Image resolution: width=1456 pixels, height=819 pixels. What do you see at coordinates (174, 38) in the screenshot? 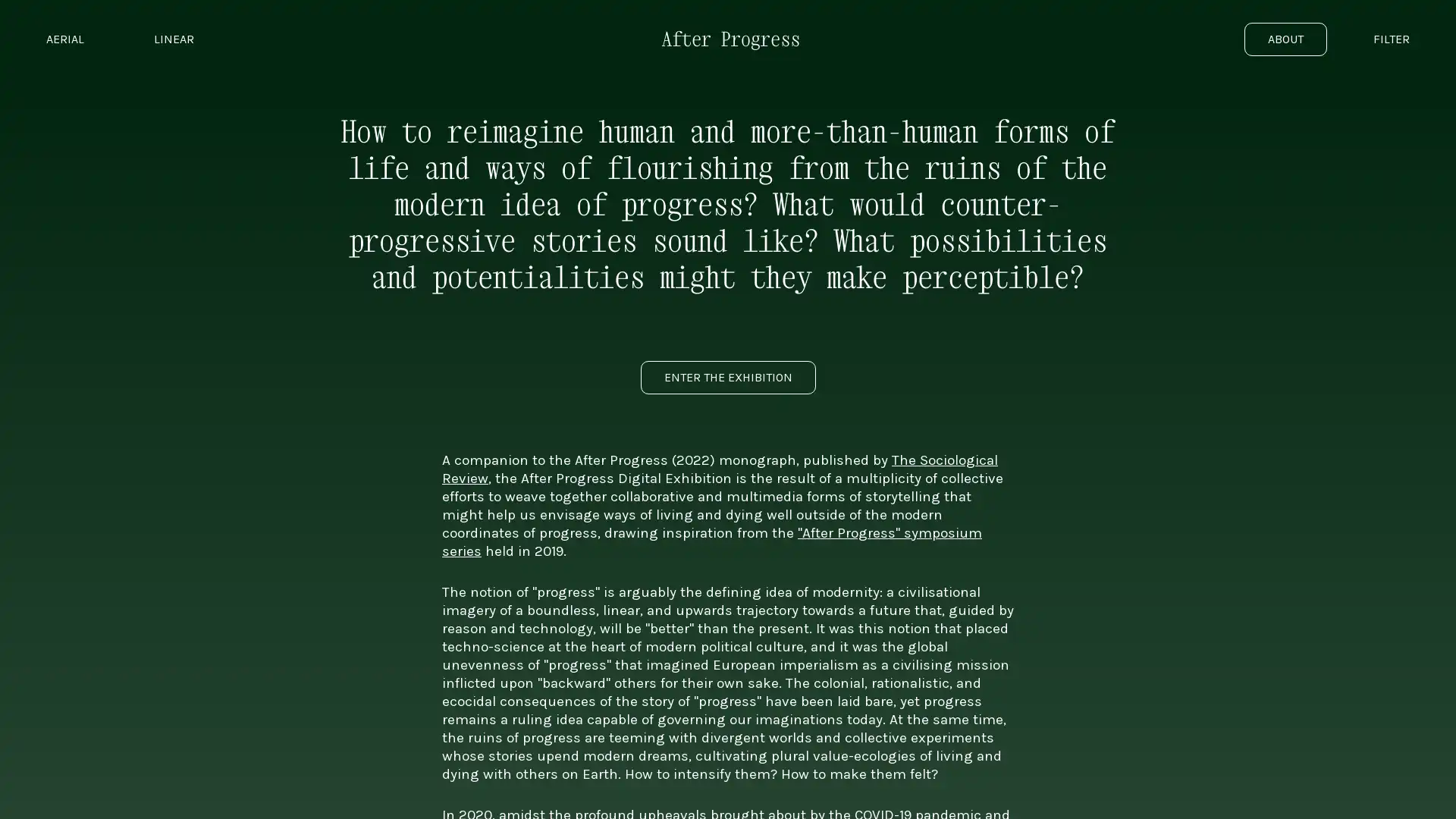
I see `LINEAR` at bounding box center [174, 38].